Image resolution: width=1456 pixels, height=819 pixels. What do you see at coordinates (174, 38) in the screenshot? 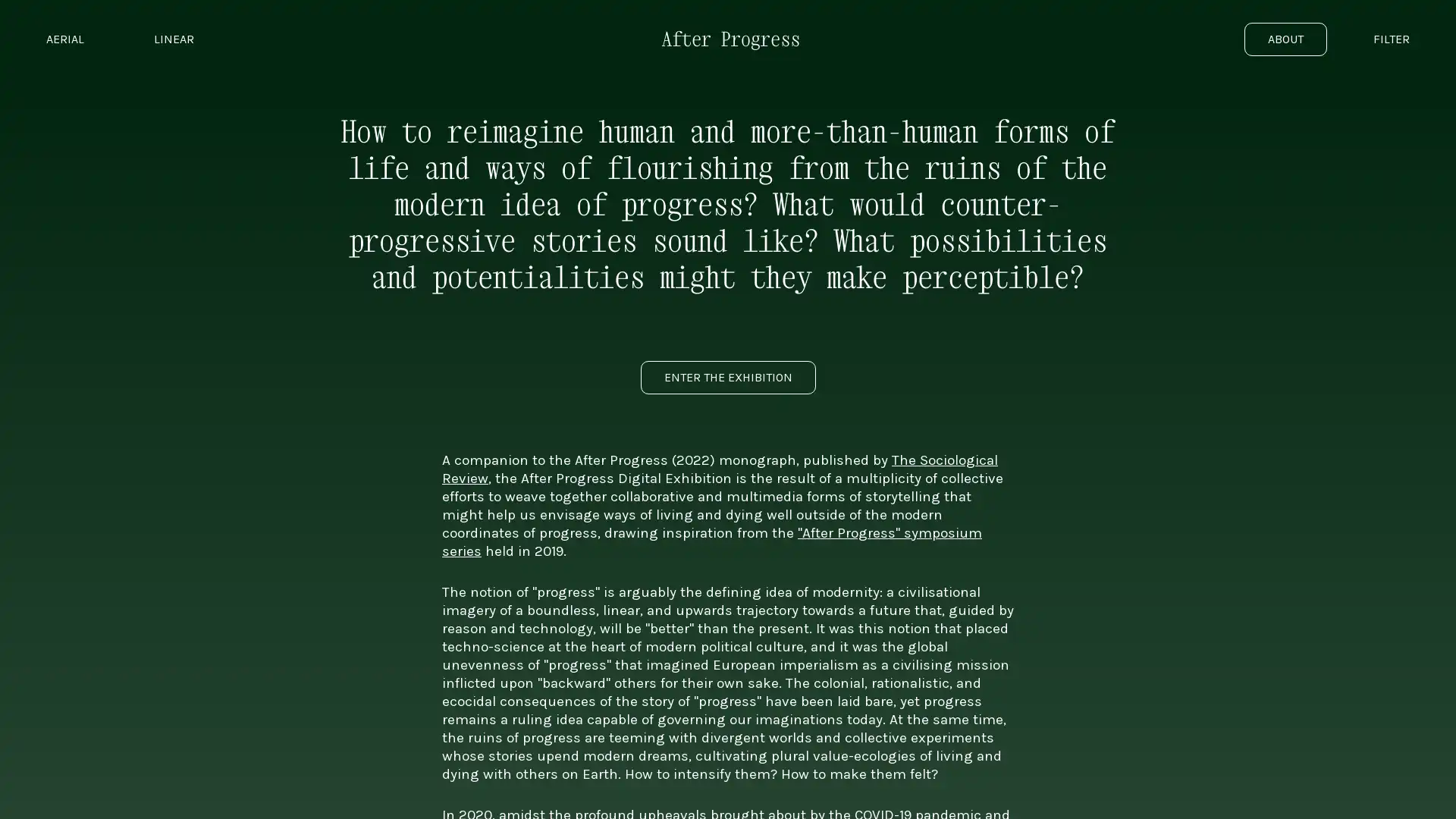
I see `LINEAR` at bounding box center [174, 38].